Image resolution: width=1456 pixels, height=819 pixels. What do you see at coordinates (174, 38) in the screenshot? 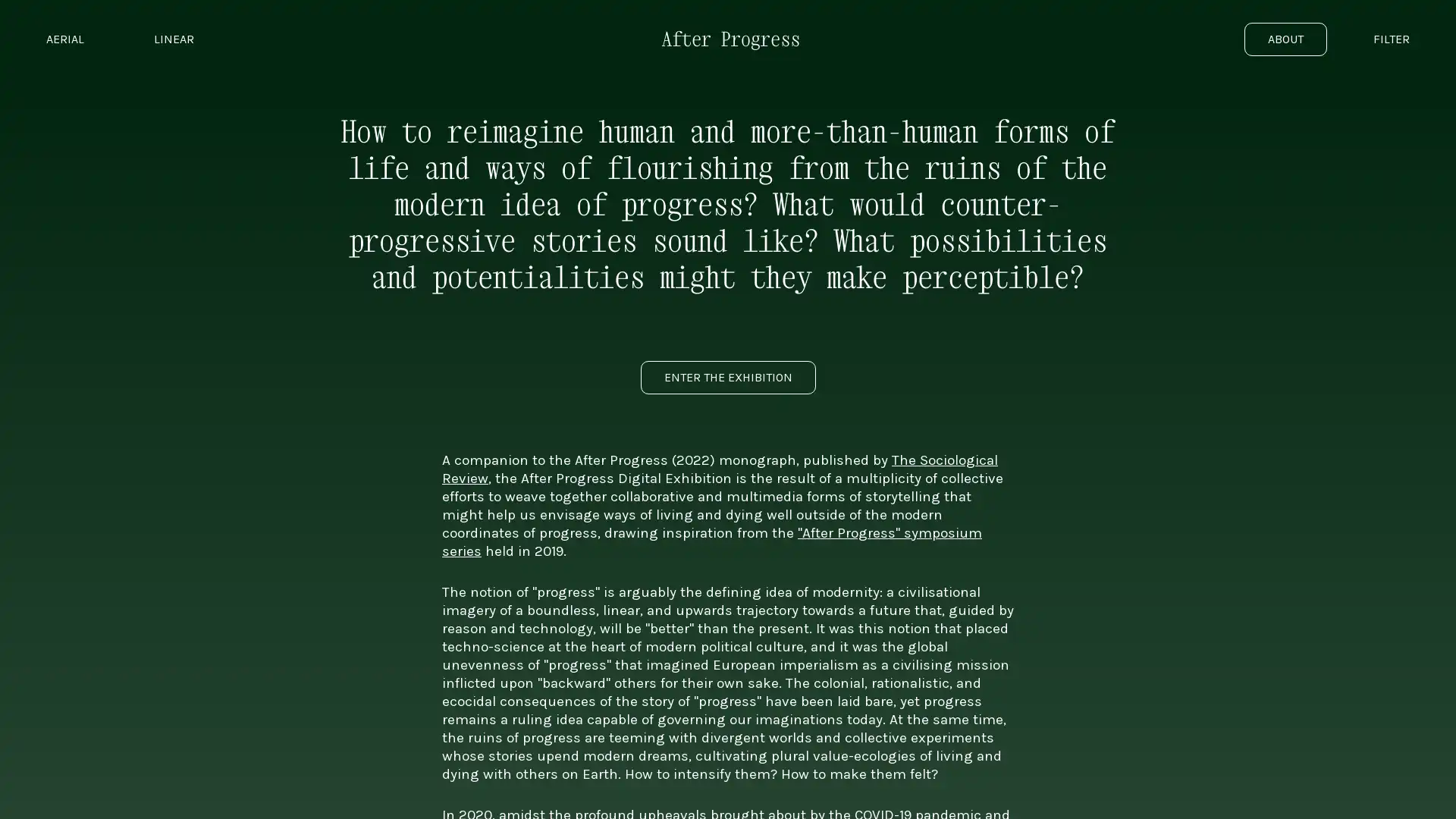
I see `LINEAR` at bounding box center [174, 38].